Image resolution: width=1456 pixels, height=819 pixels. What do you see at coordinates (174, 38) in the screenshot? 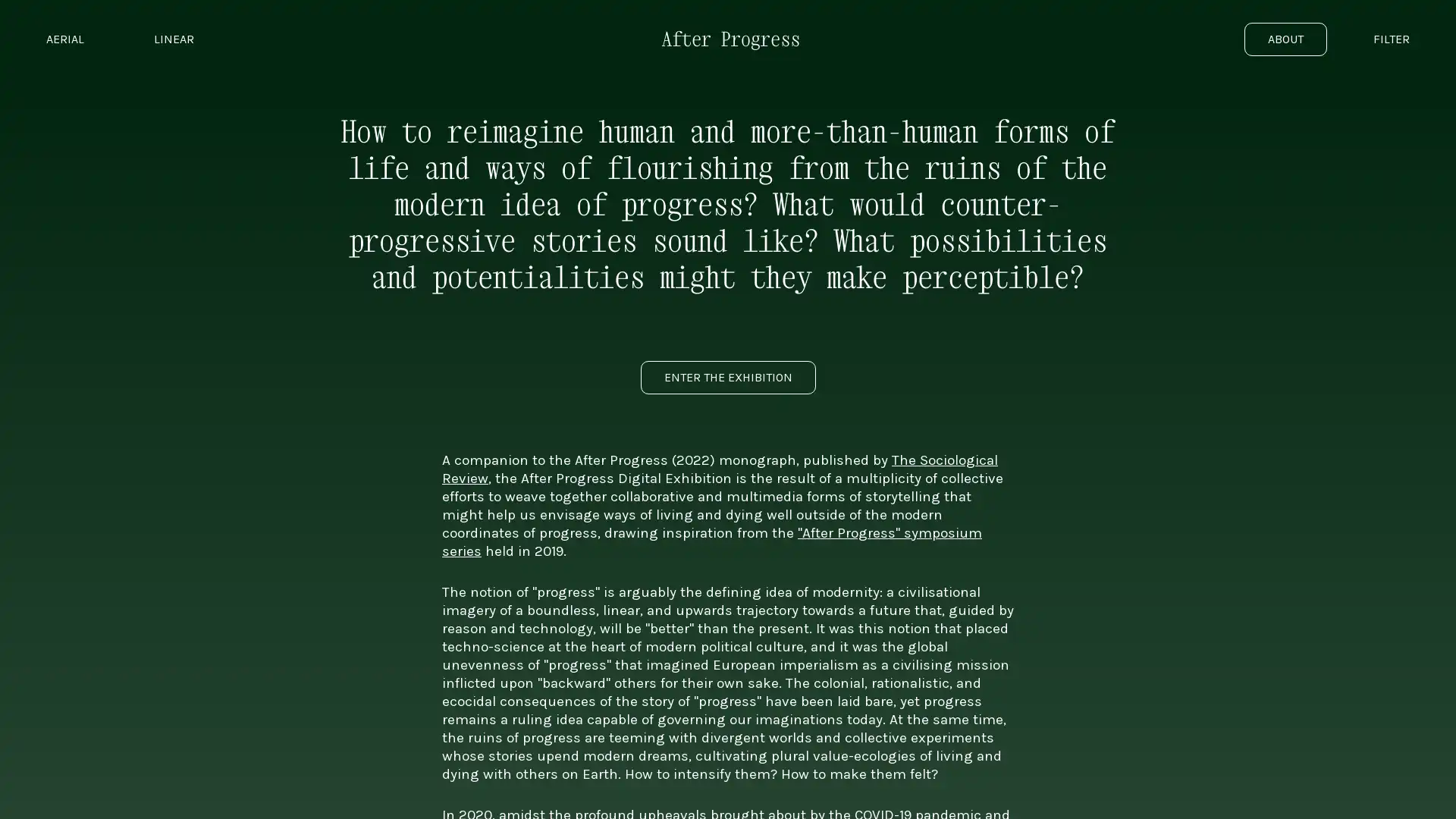
I see `LINEAR` at bounding box center [174, 38].